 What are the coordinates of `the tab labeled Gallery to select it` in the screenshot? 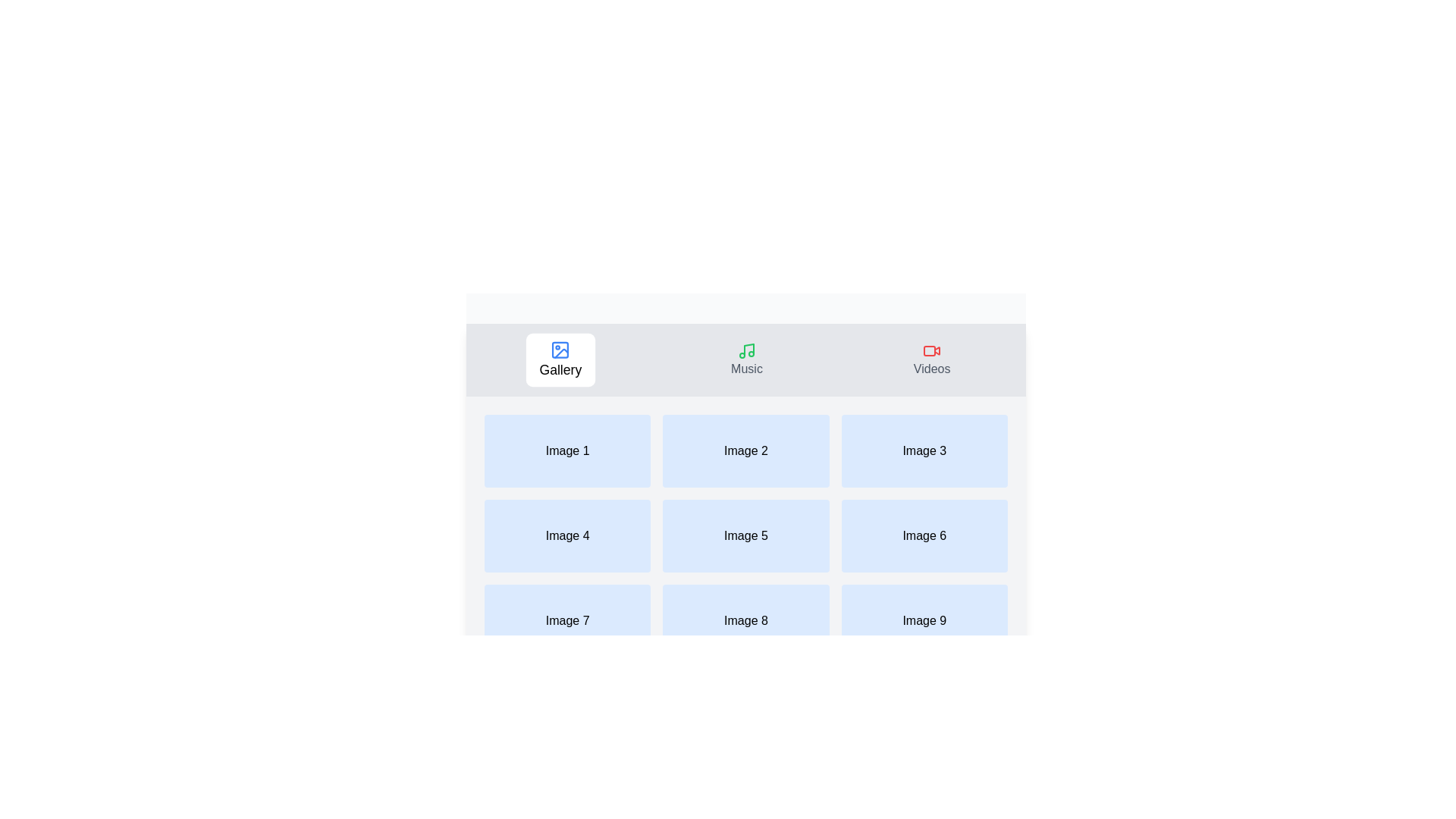 It's located at (560, 359).